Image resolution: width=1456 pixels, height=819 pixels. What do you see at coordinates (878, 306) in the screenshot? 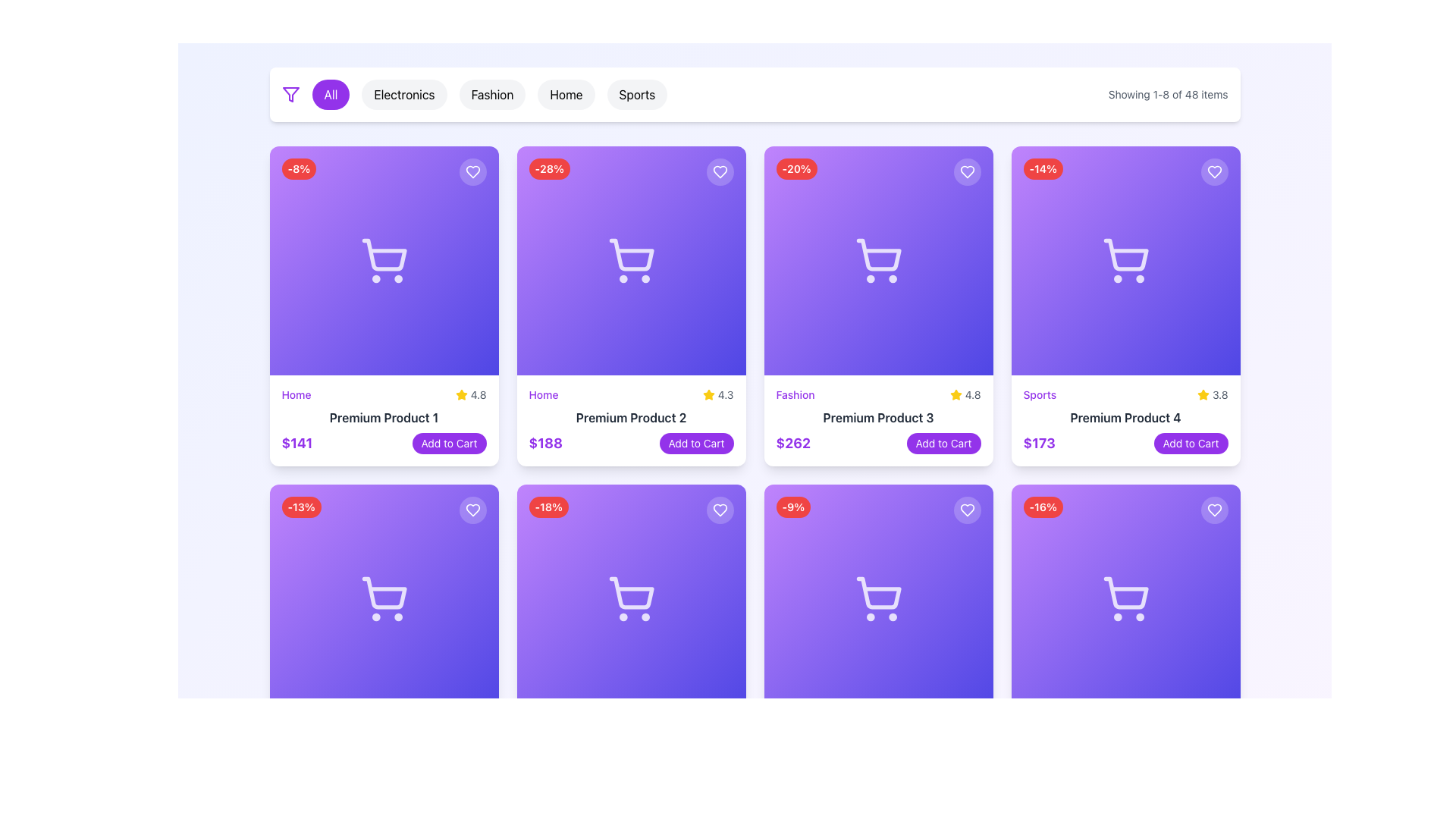
I see `the third product card in the grid layout` at bounding box center [878, 306].